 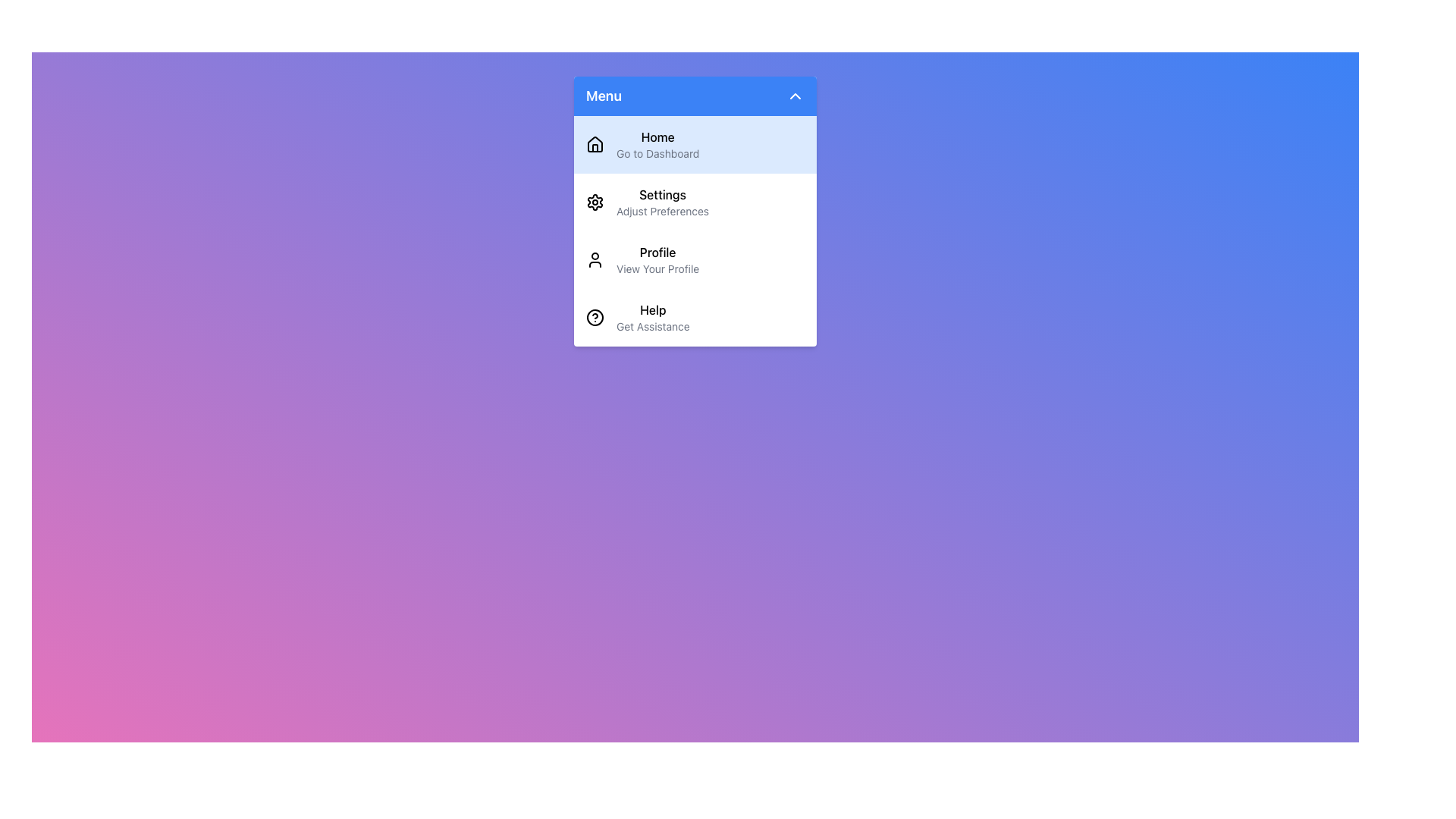 I want to click on the 'Help' label within the dropdown menu, so click(x=653, y=309).